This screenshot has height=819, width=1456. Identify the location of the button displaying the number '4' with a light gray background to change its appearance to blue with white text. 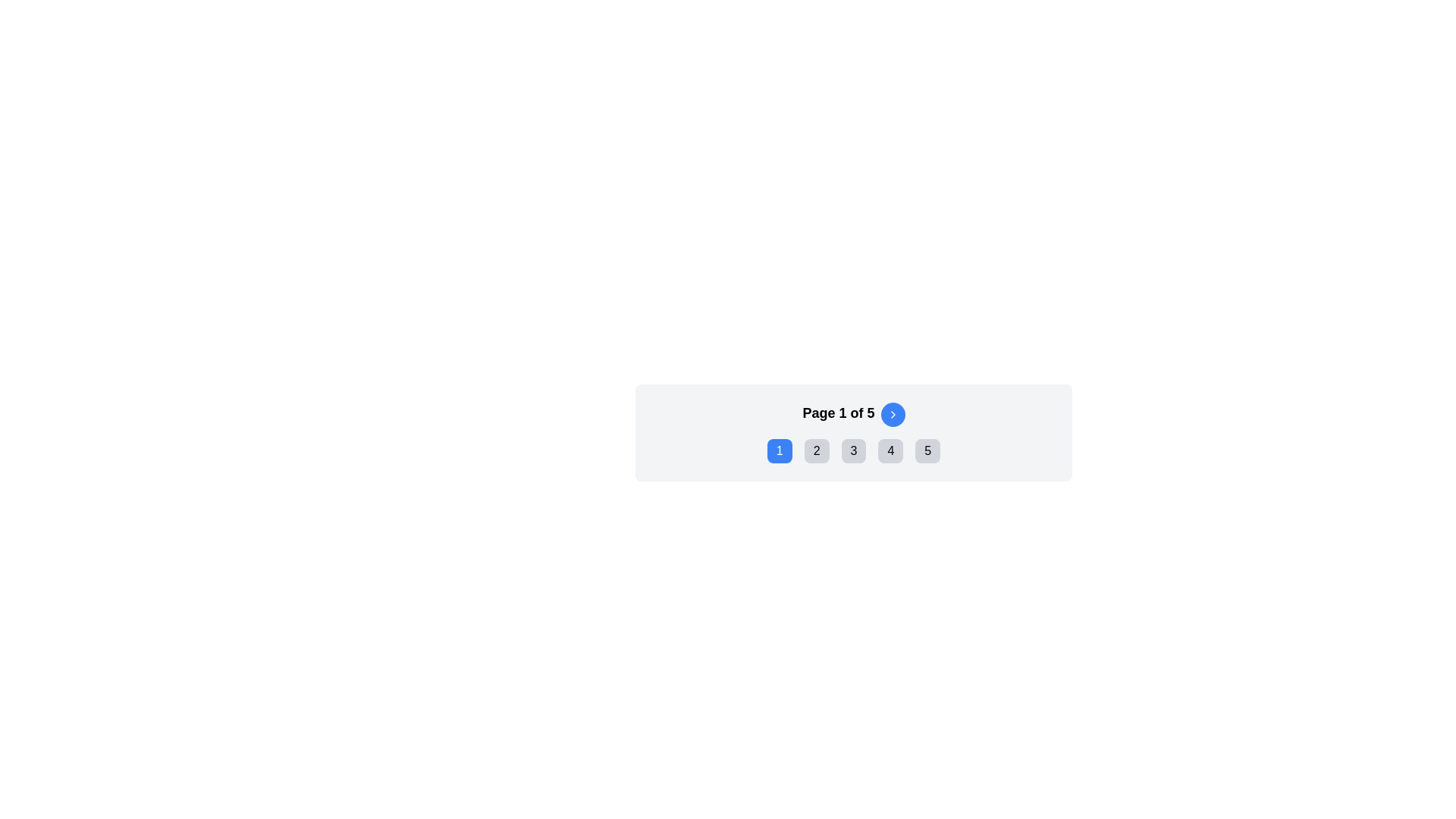
(890, 450).